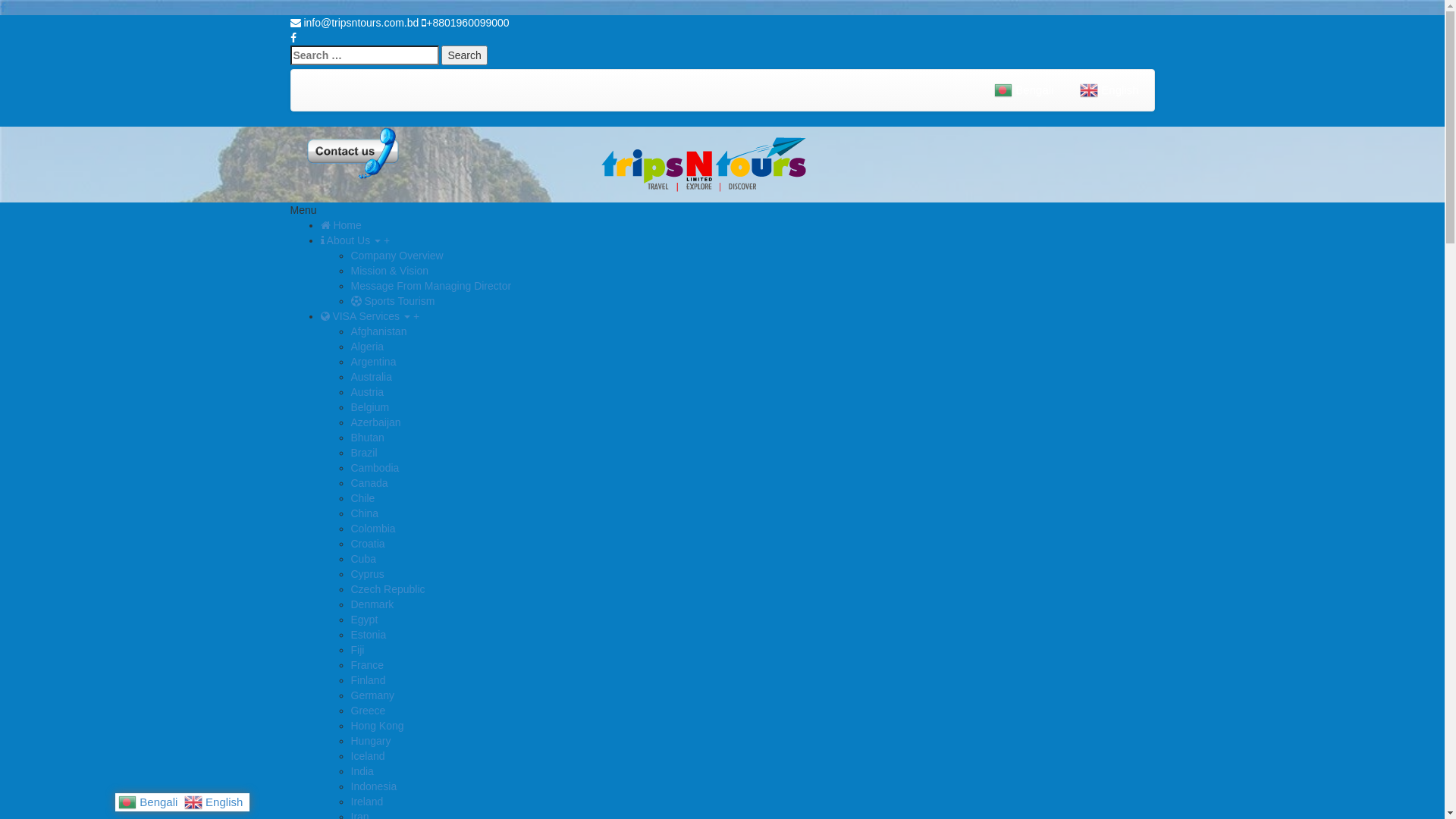 Image resolution: width=1456 pixels, height=819 pixels. What do you see at coordinates (372, 604) in the screenshot?
I see `'Denmark'` at bounding box center [372, 604].